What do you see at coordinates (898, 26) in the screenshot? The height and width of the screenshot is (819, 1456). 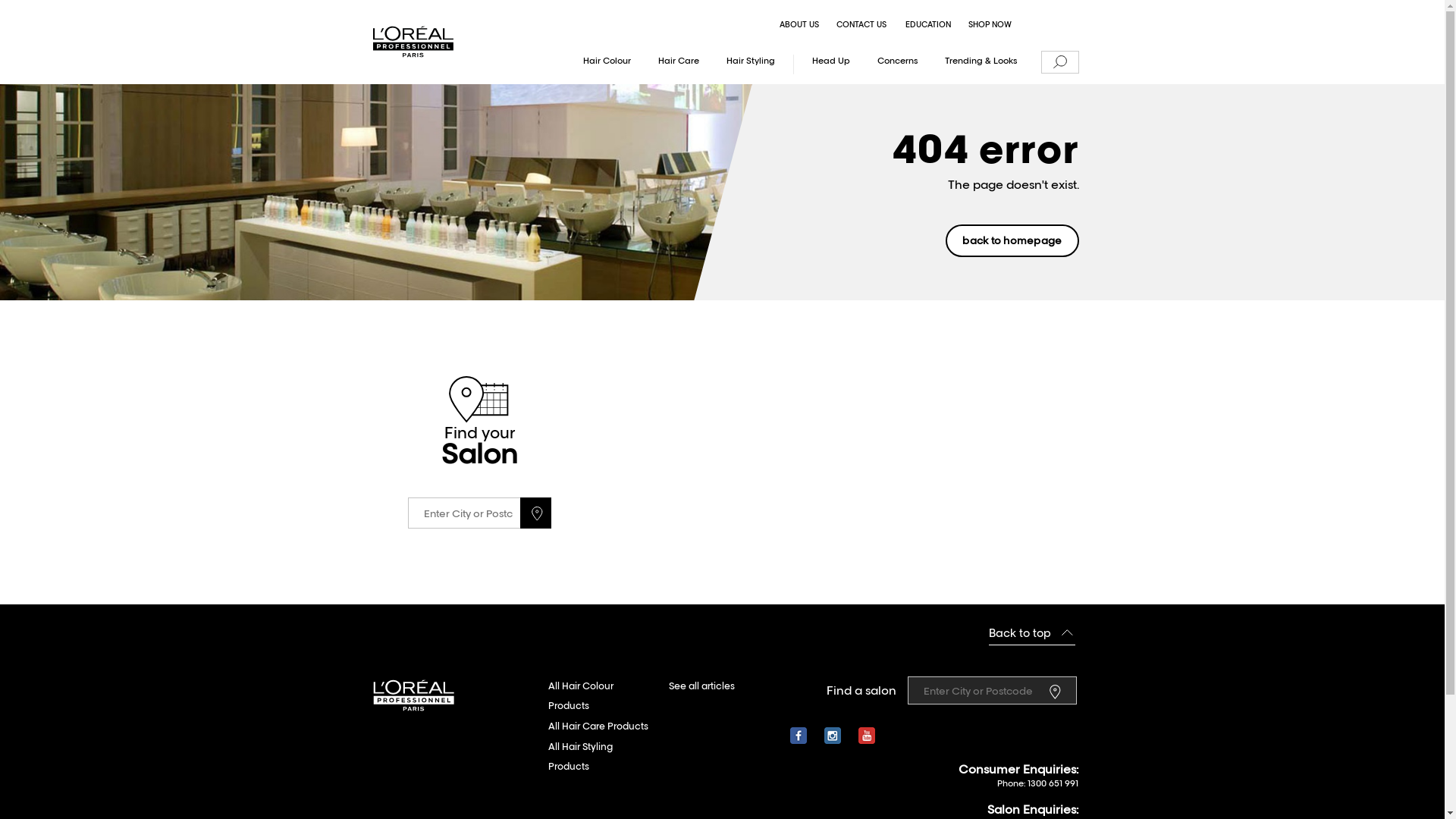 I see `'EDUCATION'` at bounding box center [898, 26].